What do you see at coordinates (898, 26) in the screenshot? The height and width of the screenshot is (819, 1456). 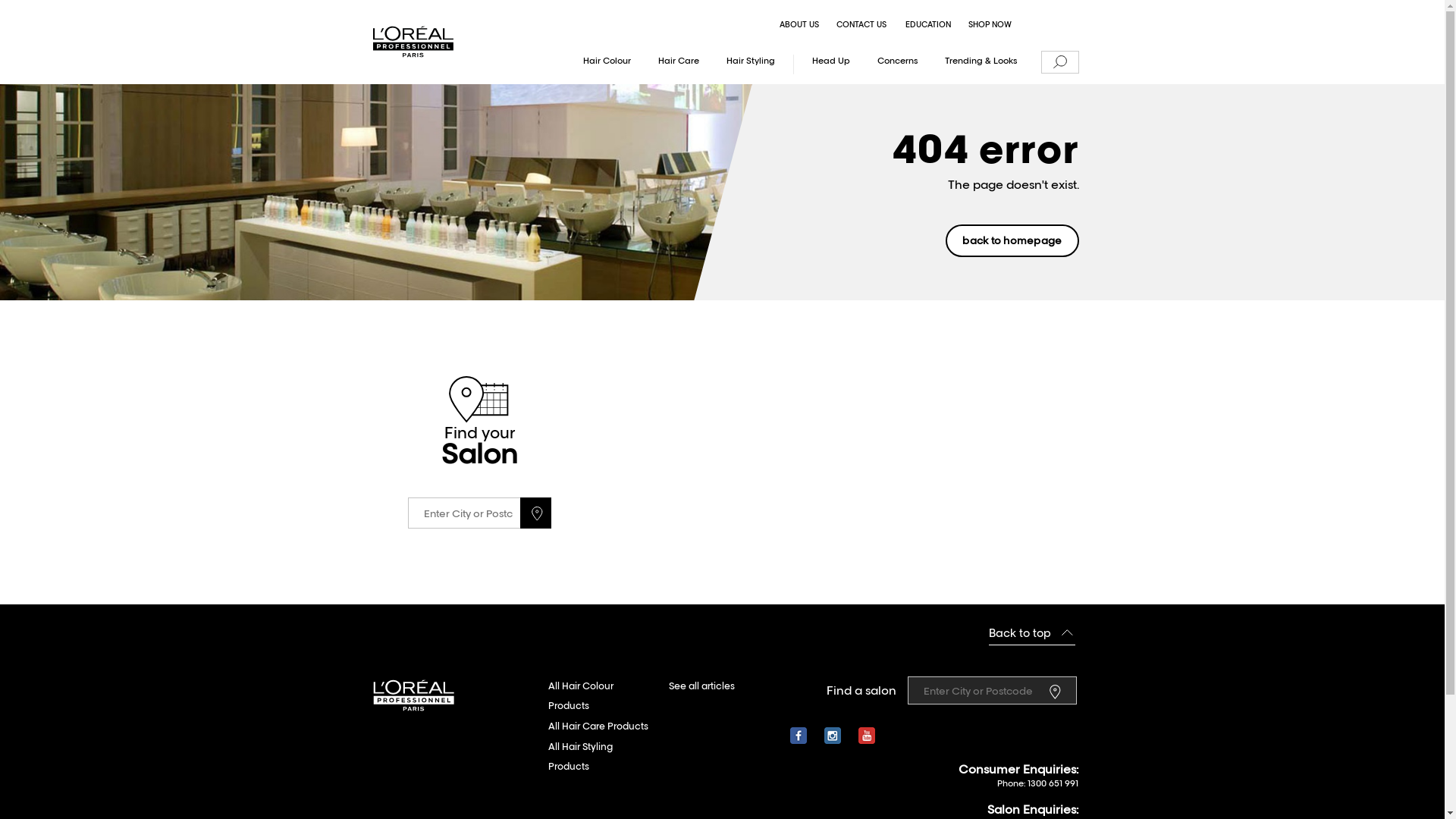 I see `'EDUCATION'` at bounding box center [898, 26].